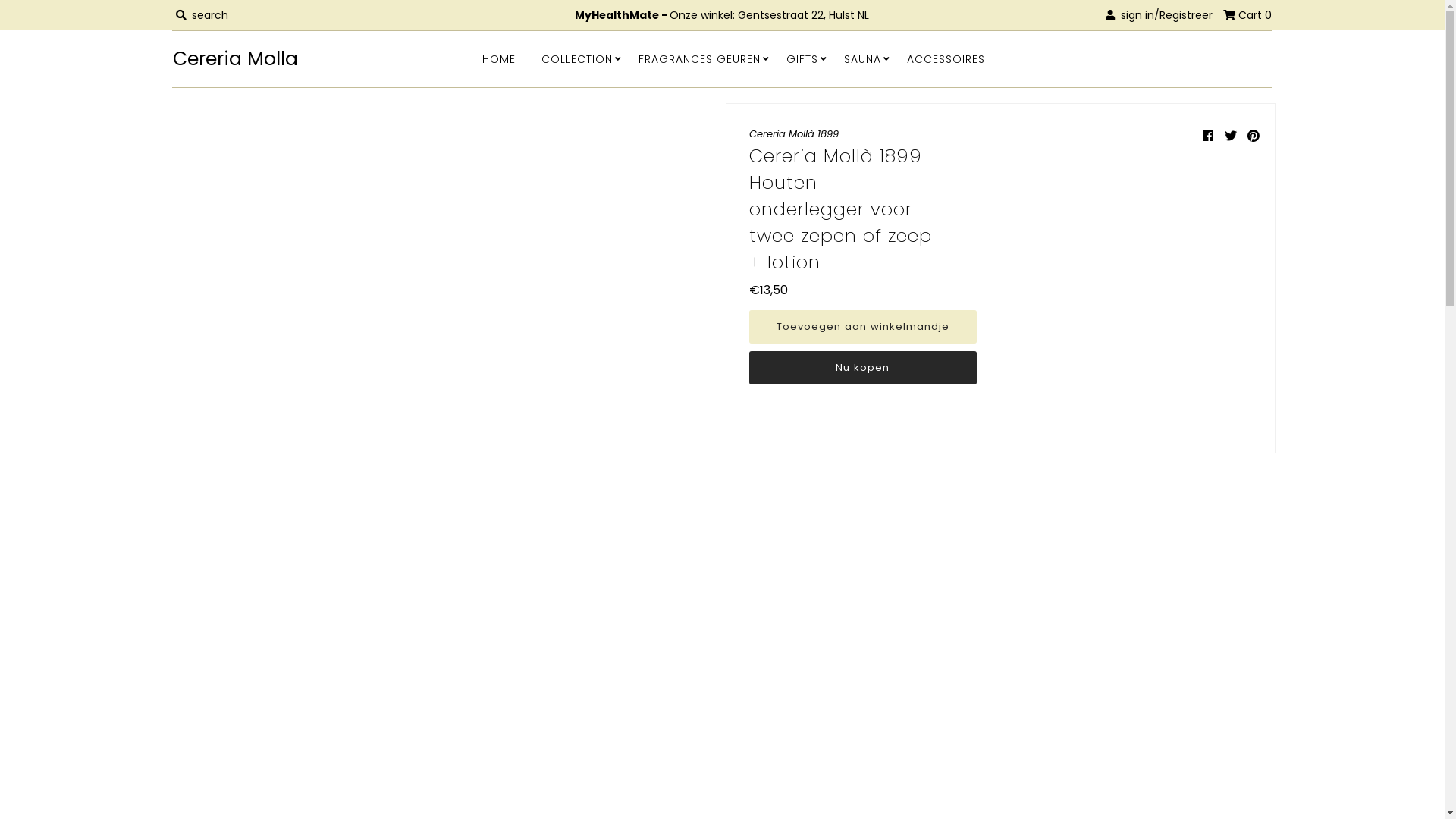  I want to click on 'Toevoegen aan winkelmandje', so click(862, 326).